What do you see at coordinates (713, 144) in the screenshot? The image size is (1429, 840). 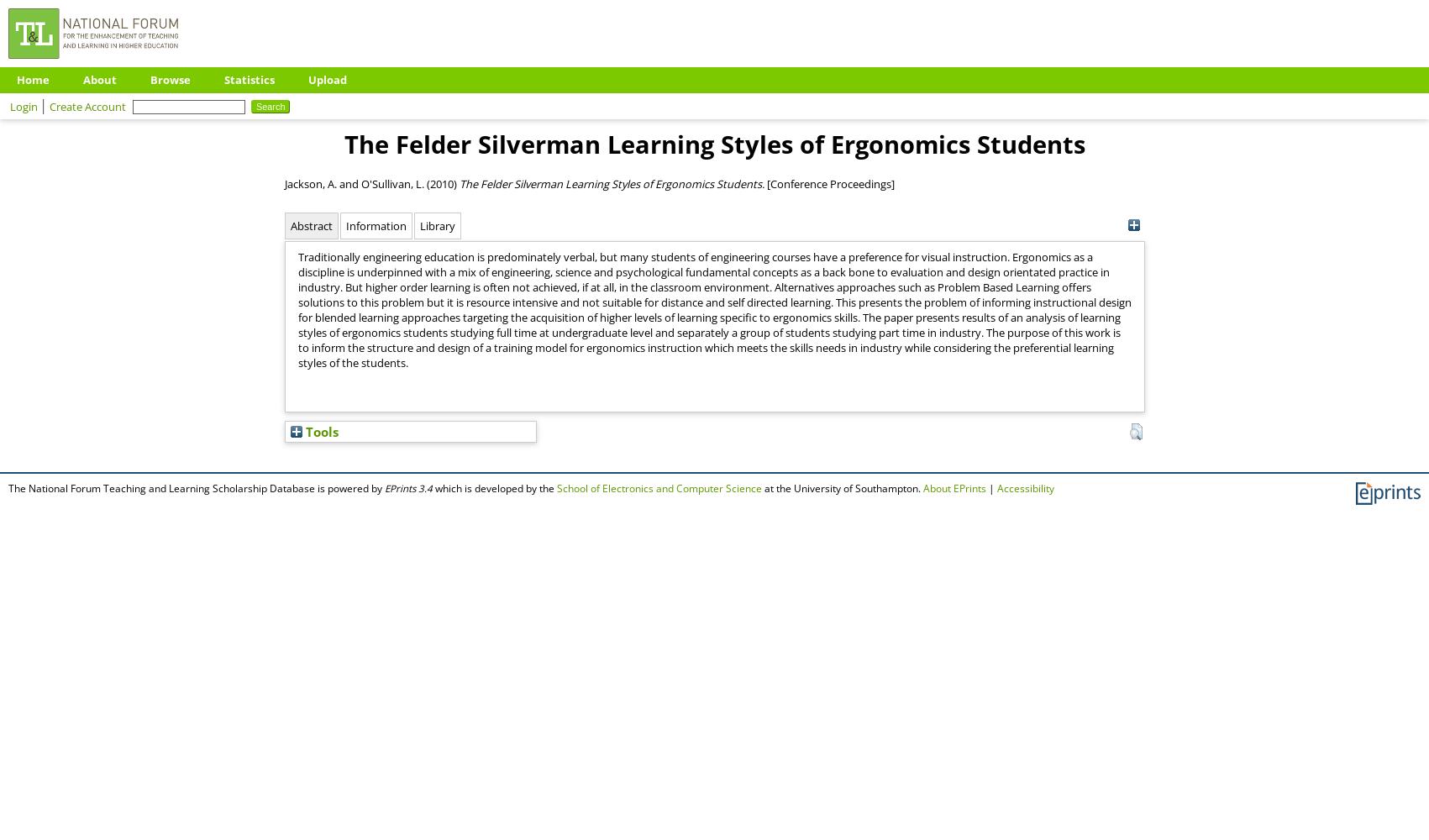 I see `'The Felder Silverman Learning Styles of Ergonomics Students'` at bounding box center [713, 144].